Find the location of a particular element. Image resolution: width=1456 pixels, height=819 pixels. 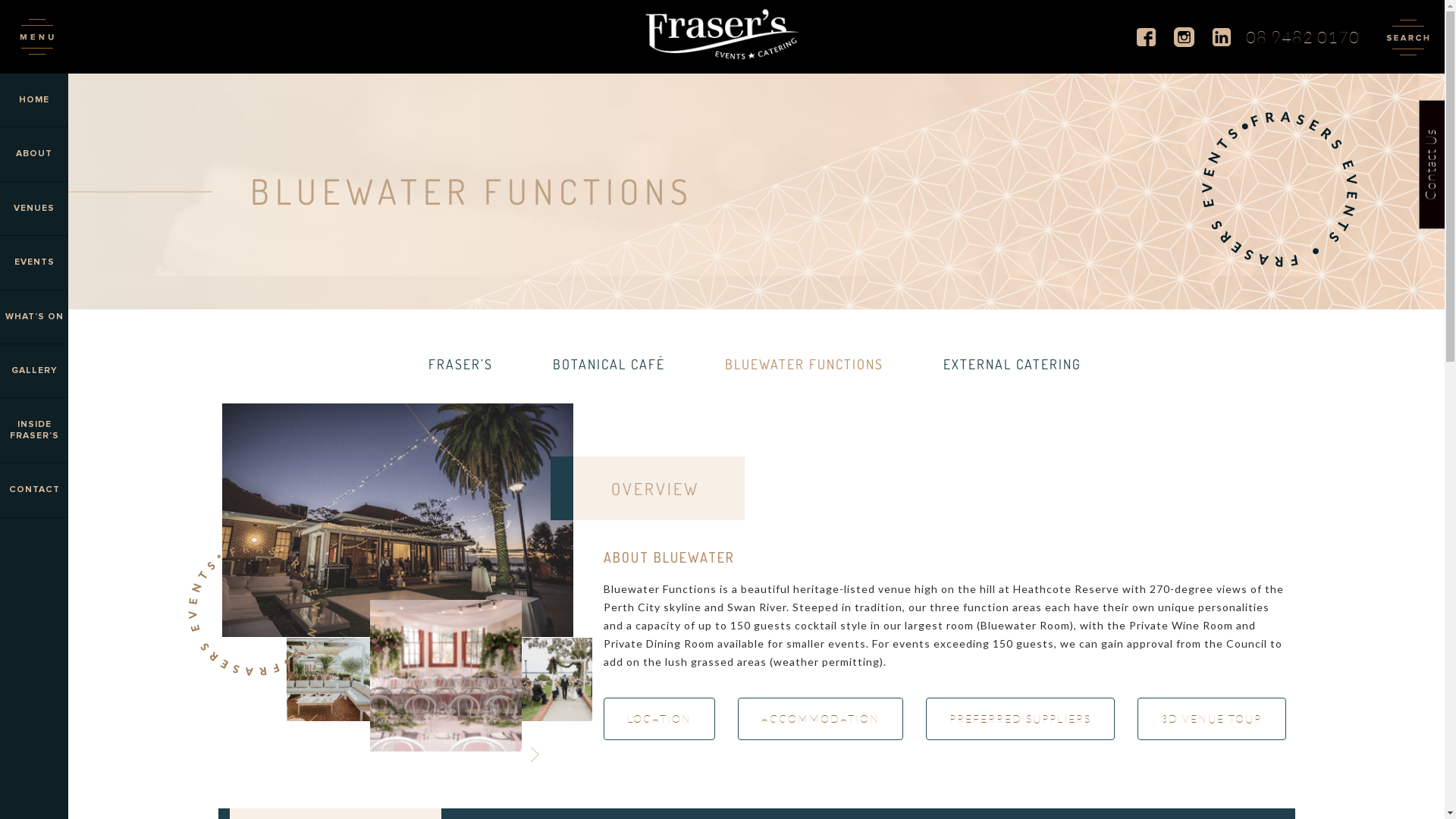

'PREFERRED SUPPLIERS' is located at coordinates (924, 718).